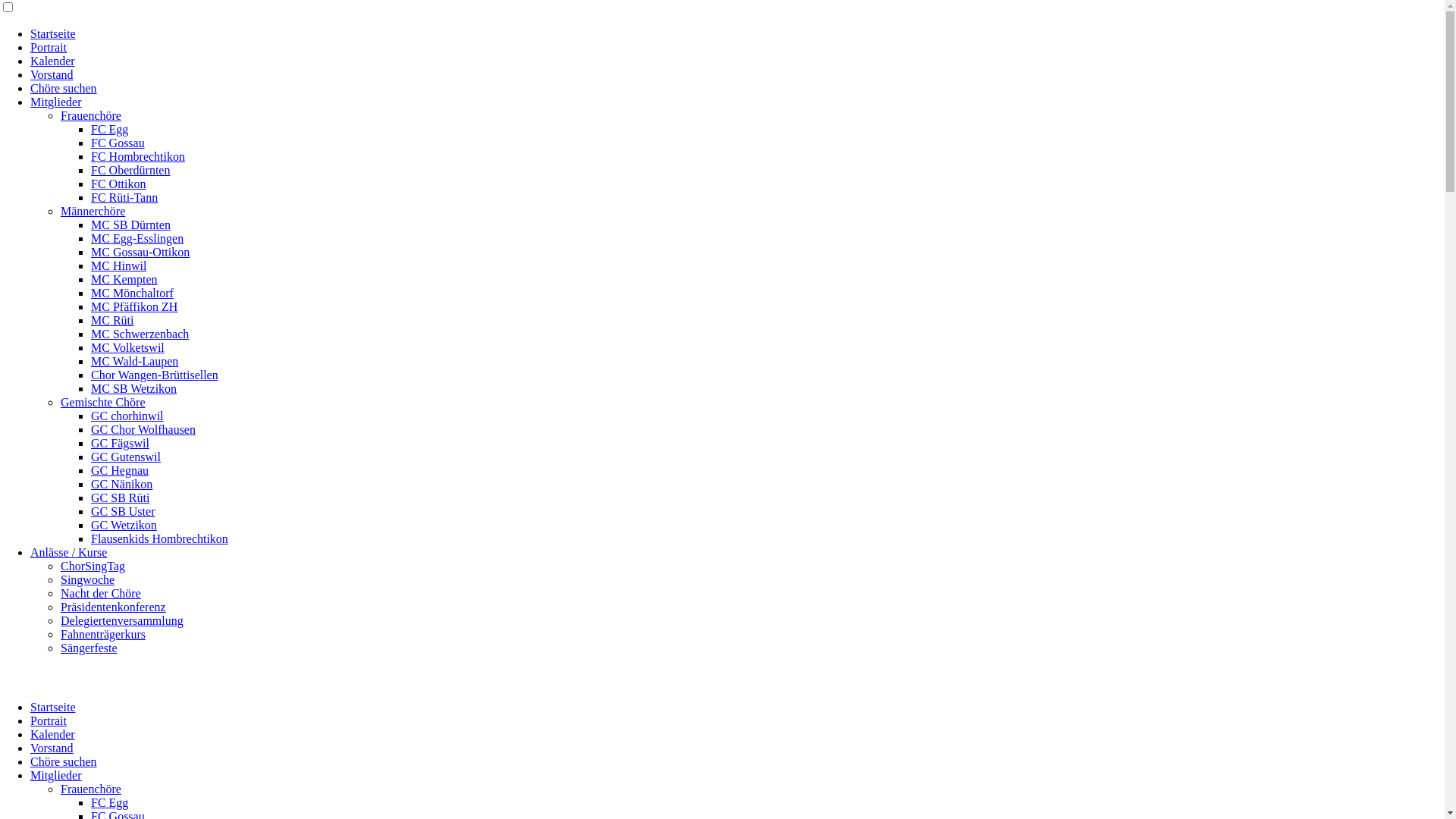 This screenshot has width=1456, height=819. Describe the element at coordinates (53, 707) in the screenshot. I see `'Startseite'` at that location.